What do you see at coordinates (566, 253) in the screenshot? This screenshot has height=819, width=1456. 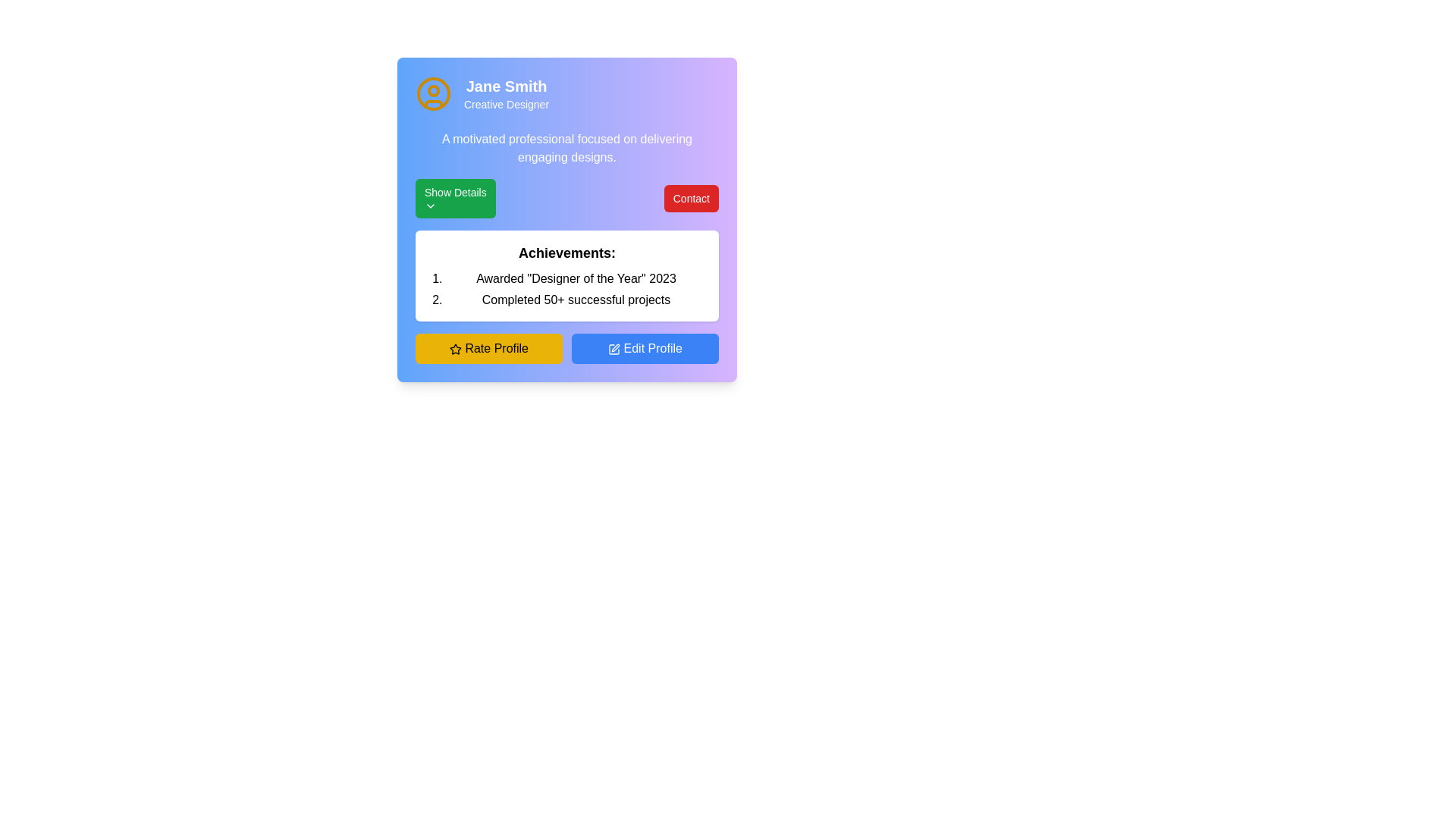 I see `the text label that reads 'Achievements:' which is prominently displayed in bold and slightly larger font at the center of the interface card` at bounding box center [566, 253].